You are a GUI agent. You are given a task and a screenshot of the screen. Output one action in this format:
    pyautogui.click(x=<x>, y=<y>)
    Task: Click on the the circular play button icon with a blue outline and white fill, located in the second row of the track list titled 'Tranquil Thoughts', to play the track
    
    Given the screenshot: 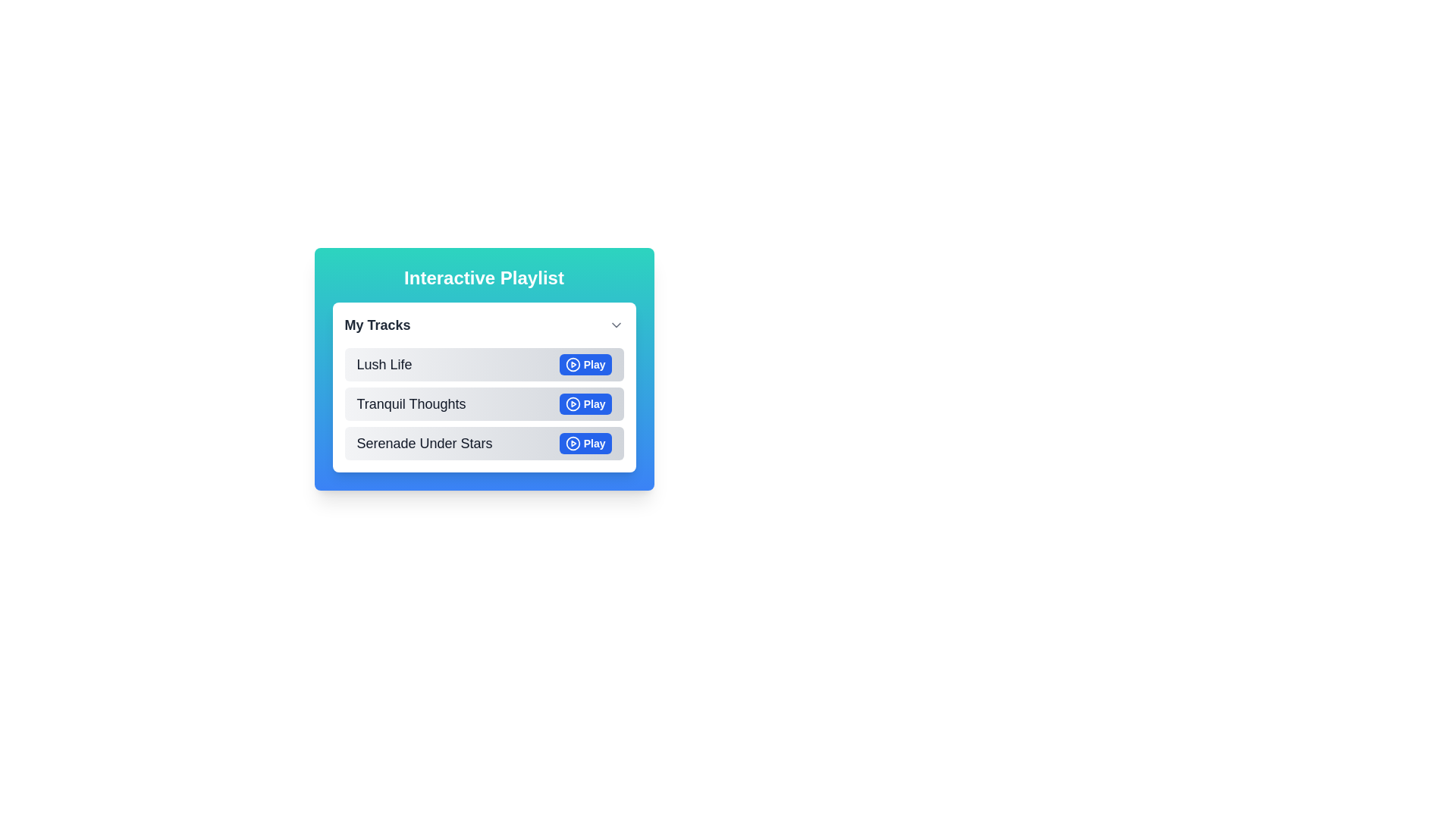 What is the action you would take?
    pyautogui.click(x=572, y=403)
    